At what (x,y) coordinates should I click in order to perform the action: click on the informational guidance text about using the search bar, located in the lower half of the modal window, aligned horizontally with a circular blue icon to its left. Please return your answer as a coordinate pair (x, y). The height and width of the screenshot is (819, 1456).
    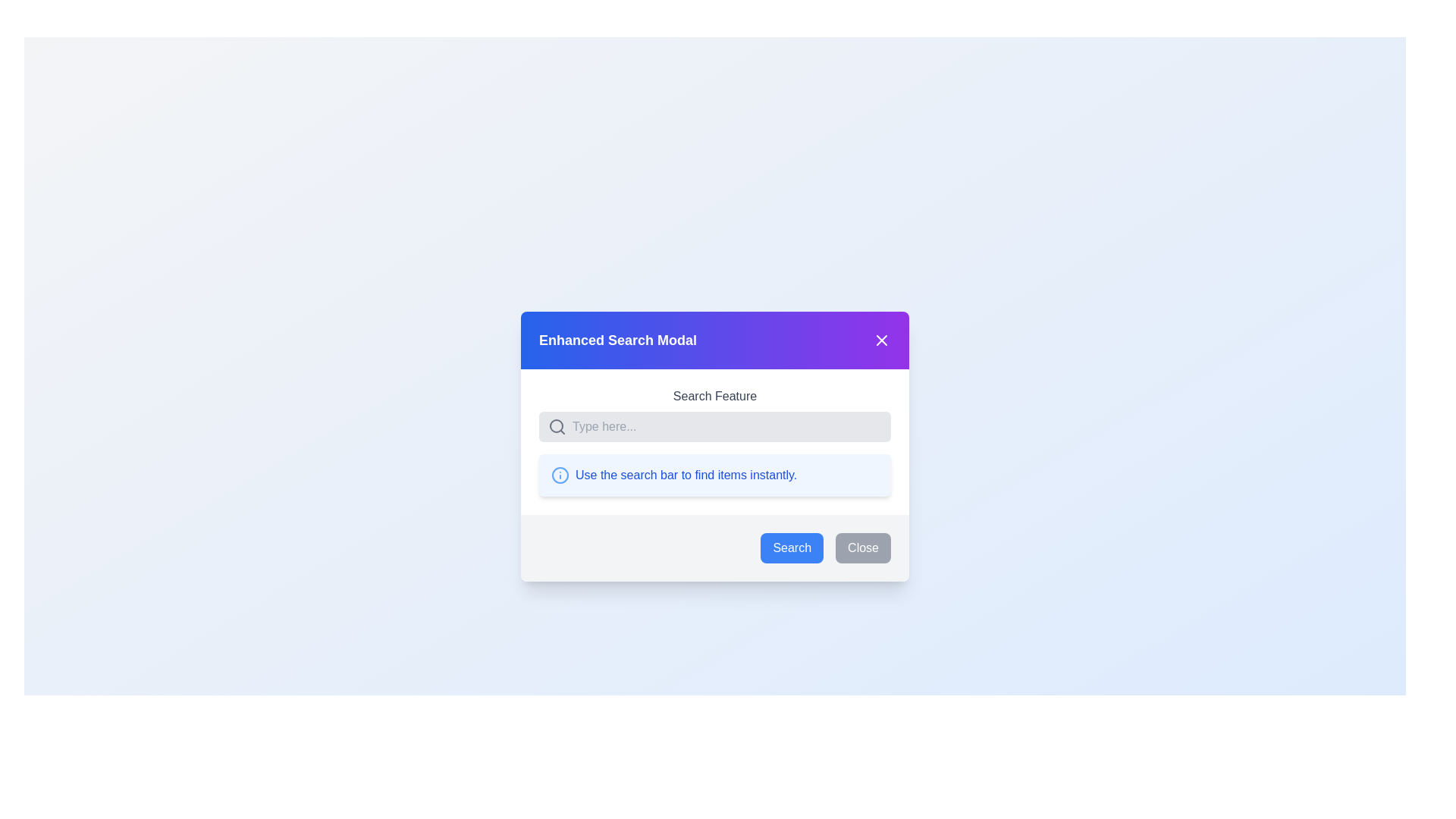
    Looking at the image, I should click on (686, 475).